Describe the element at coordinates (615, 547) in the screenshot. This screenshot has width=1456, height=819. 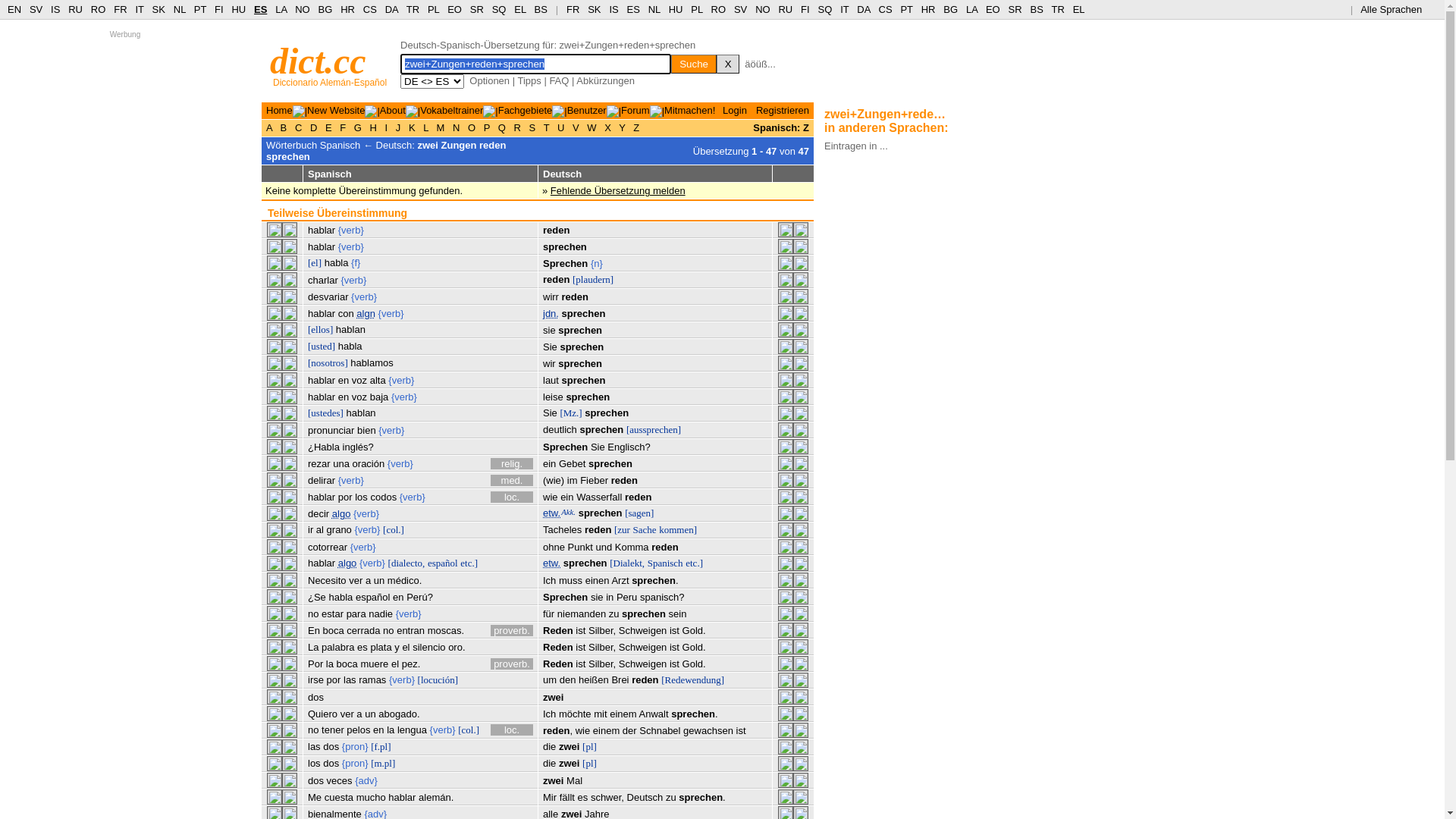
I see `'Komma'` at that location.